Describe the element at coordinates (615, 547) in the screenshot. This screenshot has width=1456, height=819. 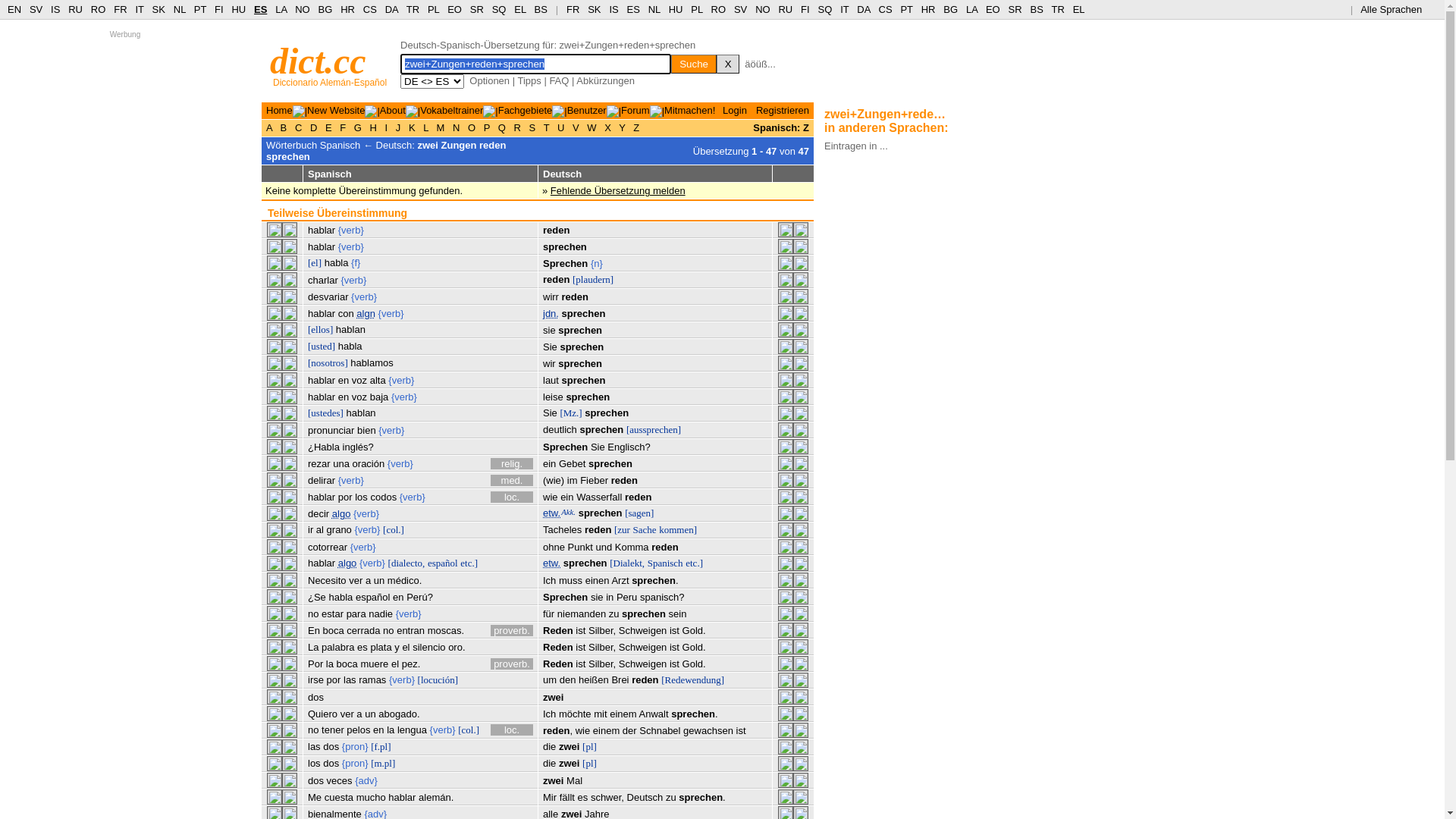
I see `'Komma'` at that location.